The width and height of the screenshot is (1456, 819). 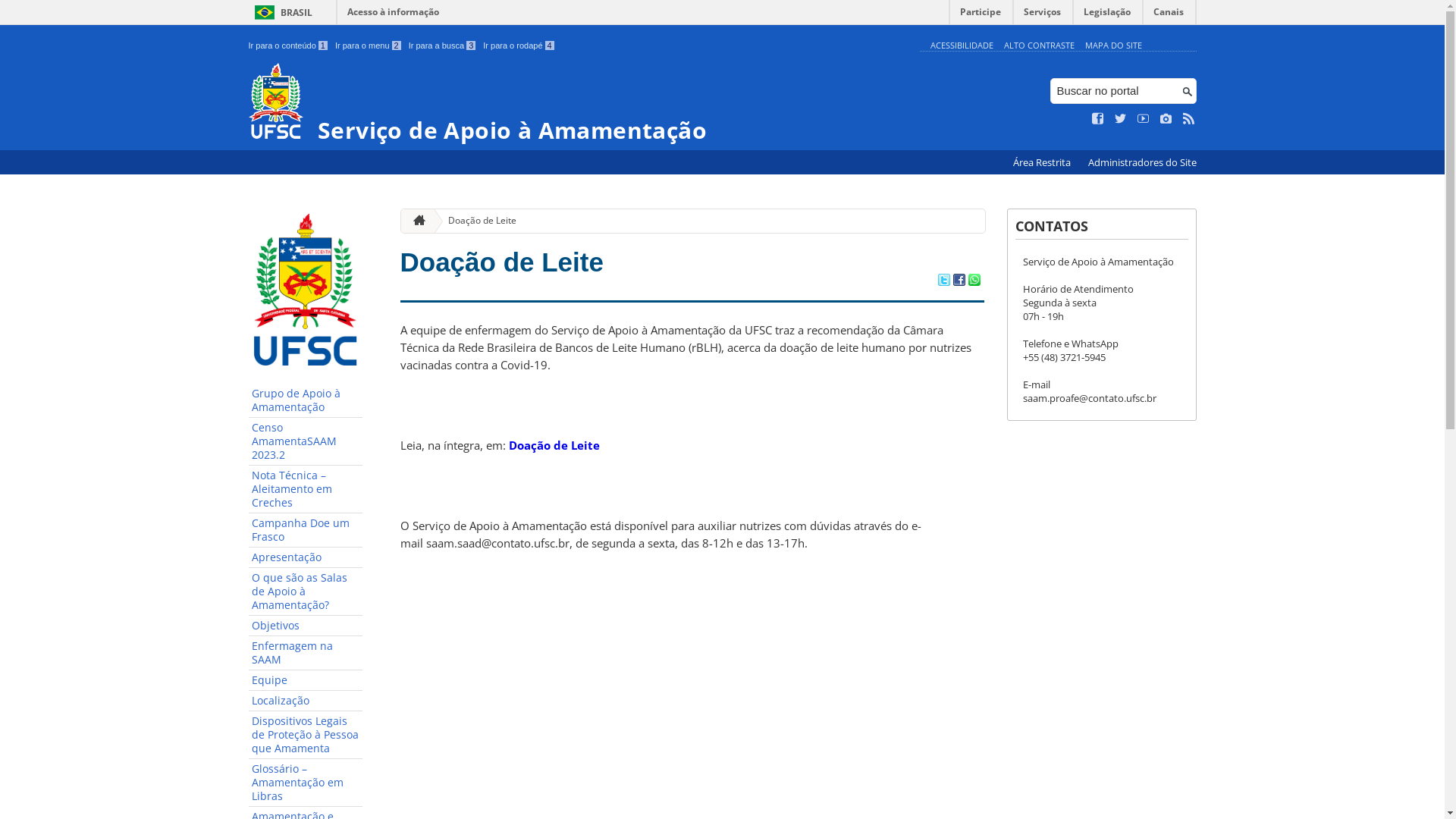 I want to click on 'Enfermagem na SAAM', so click(x=305, y=652).